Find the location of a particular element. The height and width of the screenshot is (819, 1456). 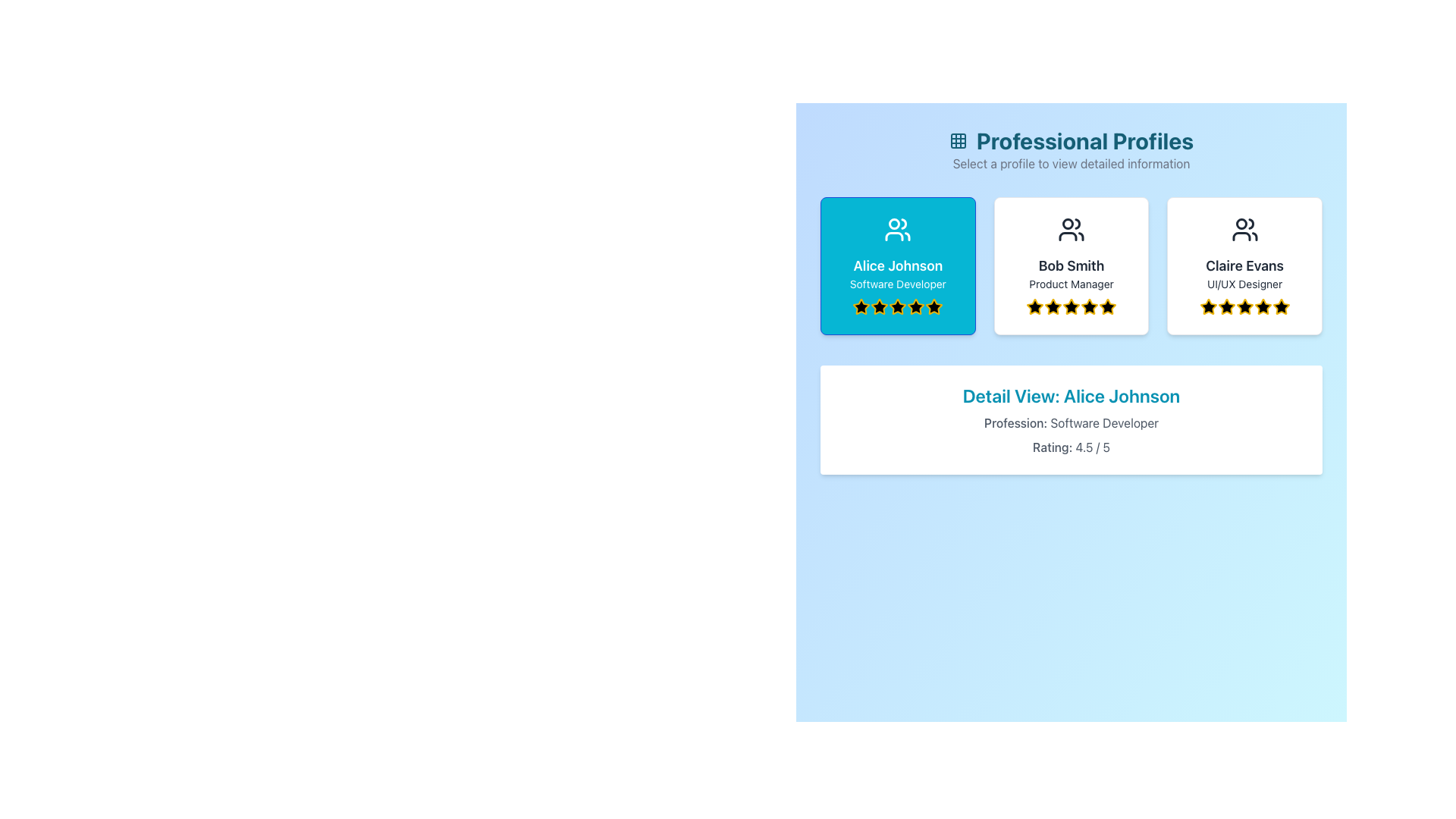

the non-interactive text display that shows the user's rating information, located at the bottom of the 'Detail View: Alice Johnson' card, centered horizontally within the card is located at coordinates (1070, 447).